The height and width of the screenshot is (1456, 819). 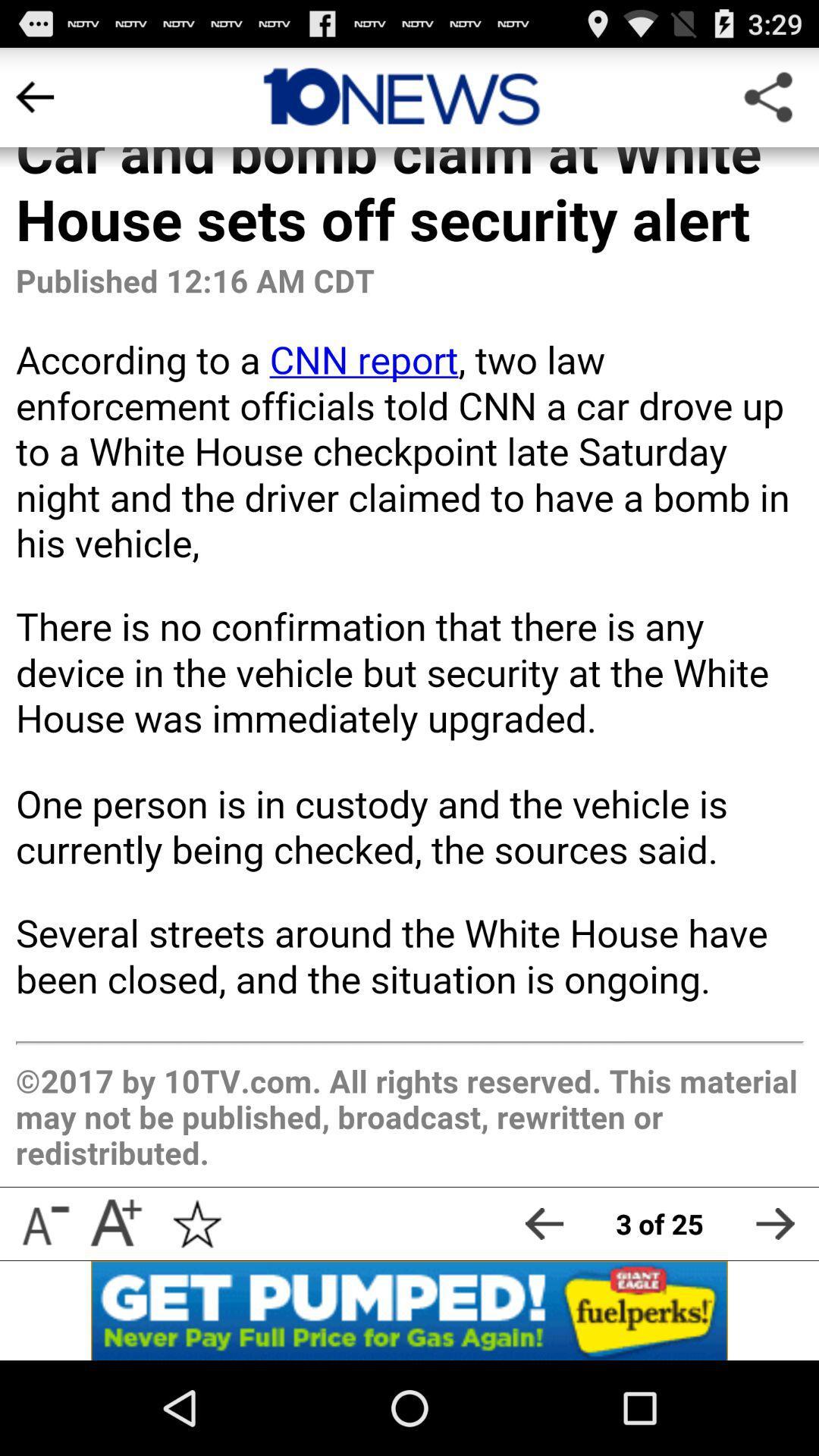 What do you see at coordinates (34, 103) in the screenshot?
I see `the arrow_backward icon` at bounding box center [34, 103].